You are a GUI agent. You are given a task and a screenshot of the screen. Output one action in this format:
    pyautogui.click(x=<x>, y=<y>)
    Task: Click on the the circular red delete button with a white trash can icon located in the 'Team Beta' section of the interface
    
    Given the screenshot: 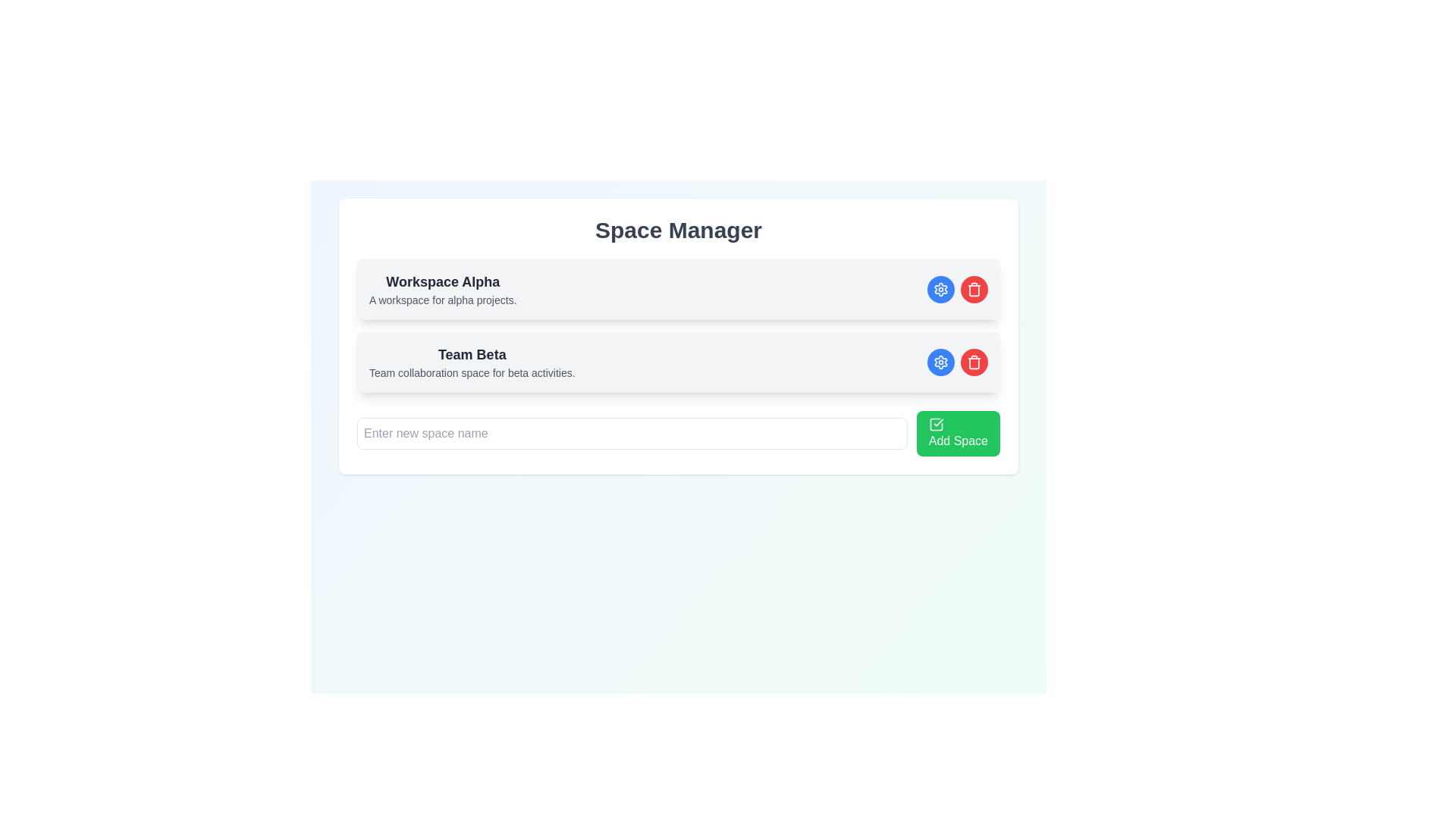 What is the action you would take?
    pyautogui.click(x=974, y=362)
    